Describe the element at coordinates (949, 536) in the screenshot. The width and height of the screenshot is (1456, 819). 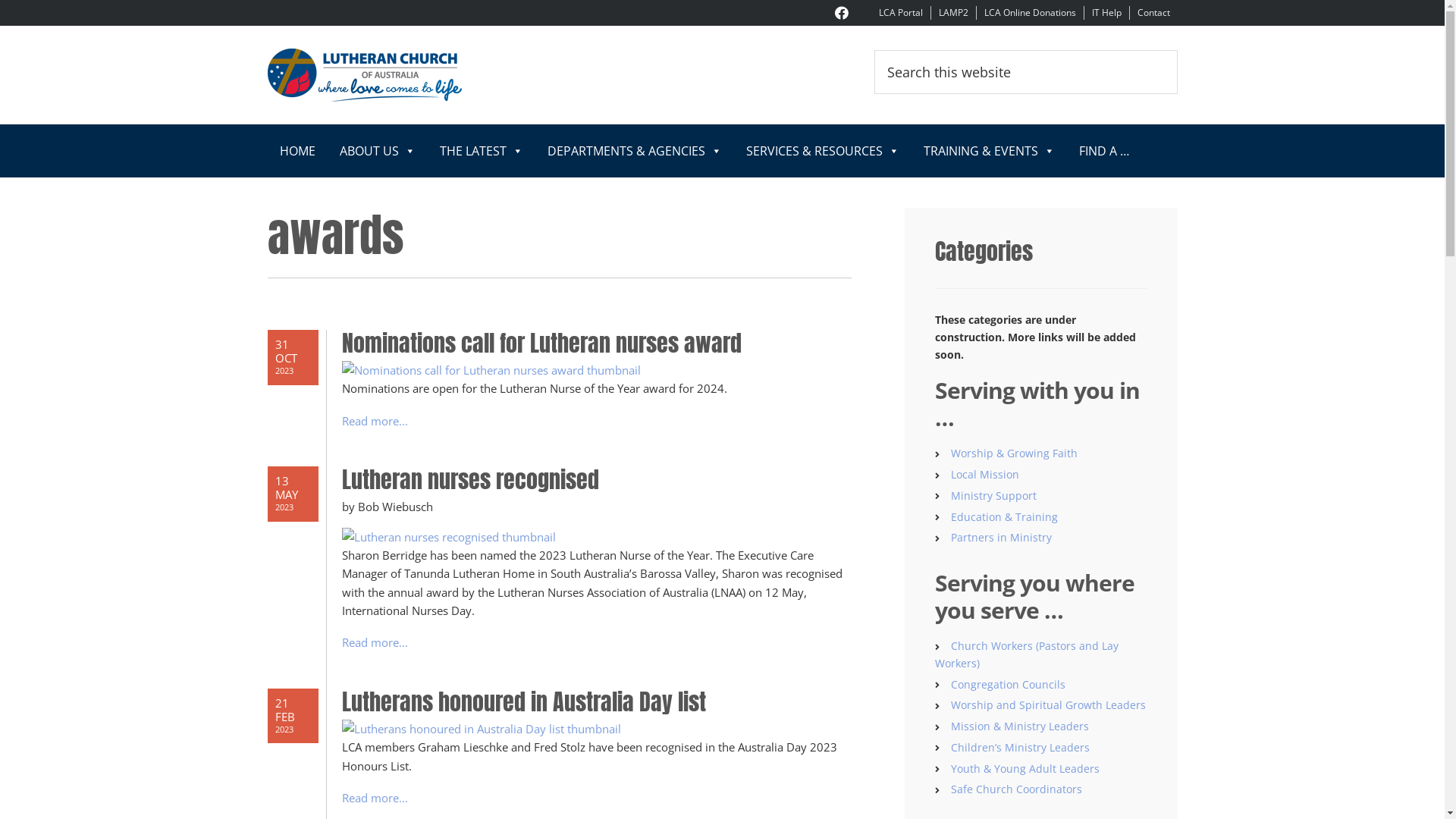
I see `'Partners in Ministry'` at that location.